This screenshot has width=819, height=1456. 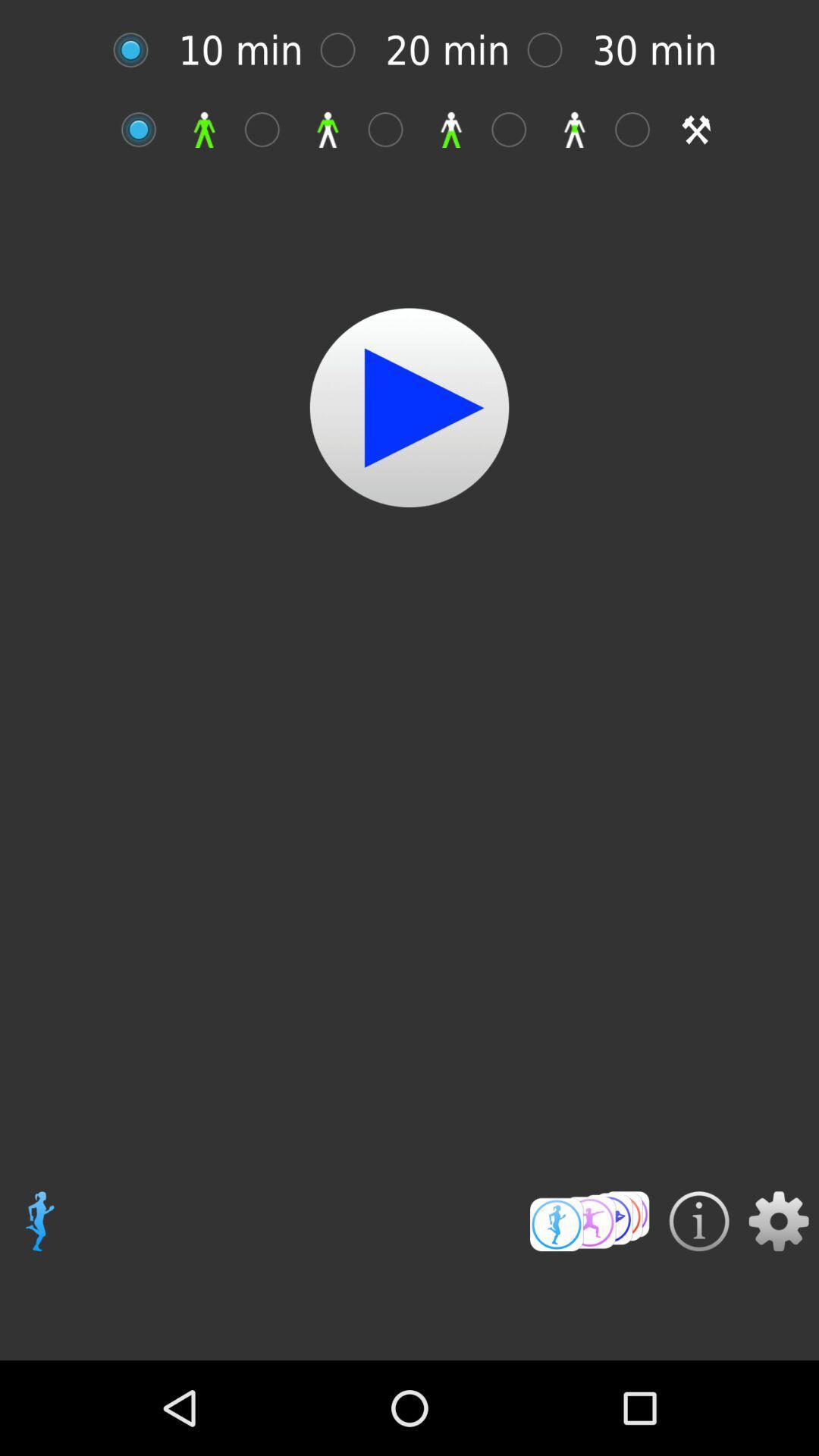 What do you see at coordinates (146, 130) in the screenshot?
I see `full body workout` at bounding box center [146, 130].